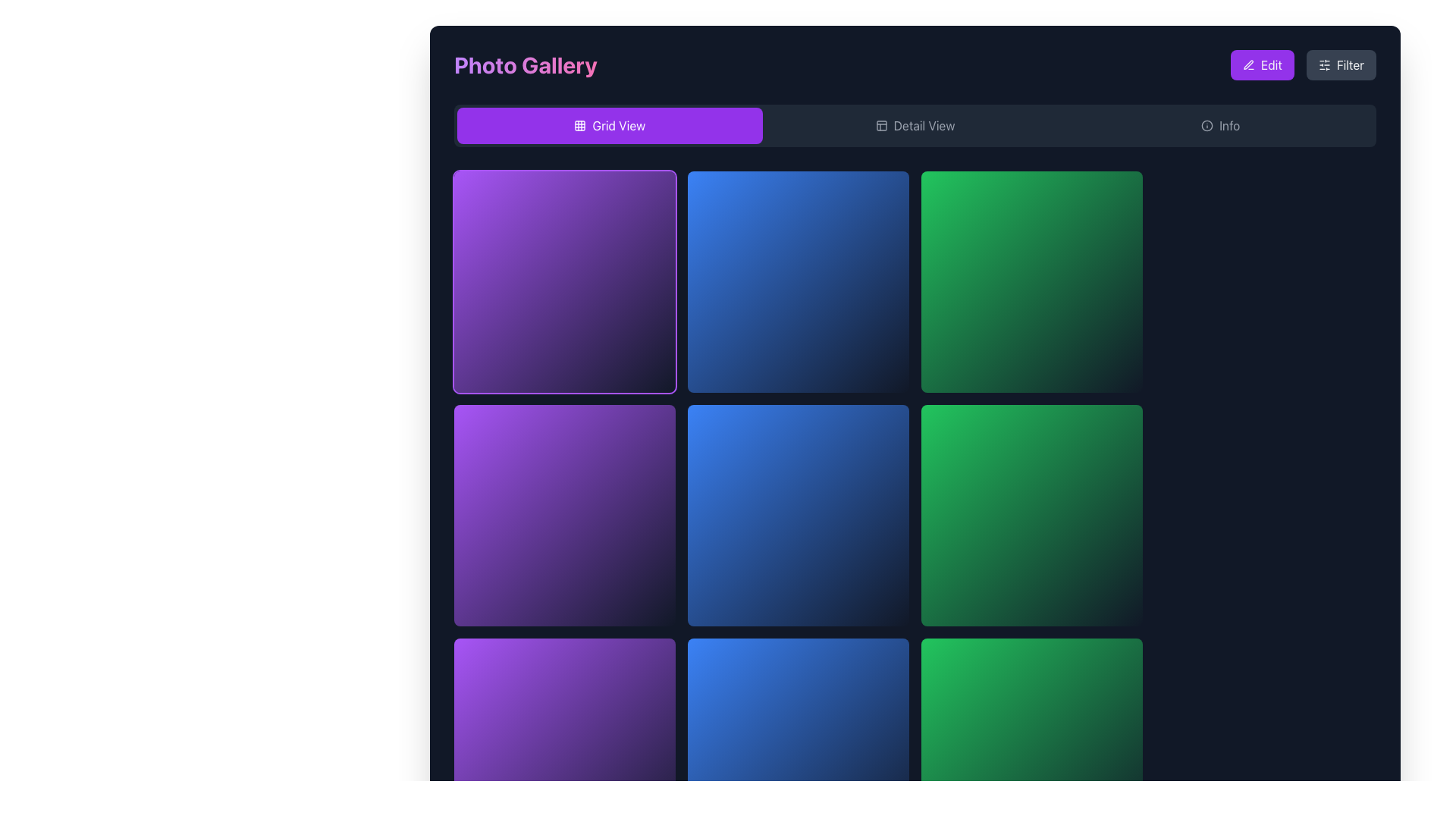  I want to click on the grid view icon, which is located to the left of the 'Grid View' text, so click(579, 124).